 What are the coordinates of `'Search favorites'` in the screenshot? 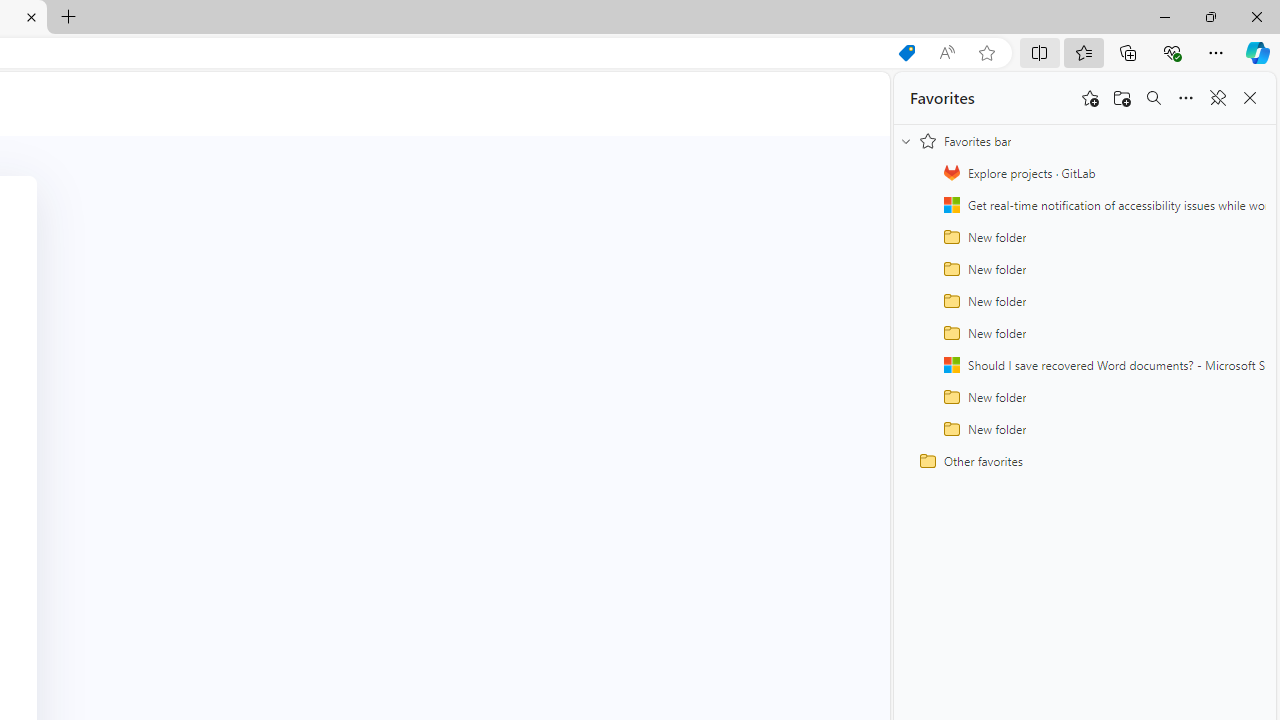 It's located at (1153, 98).